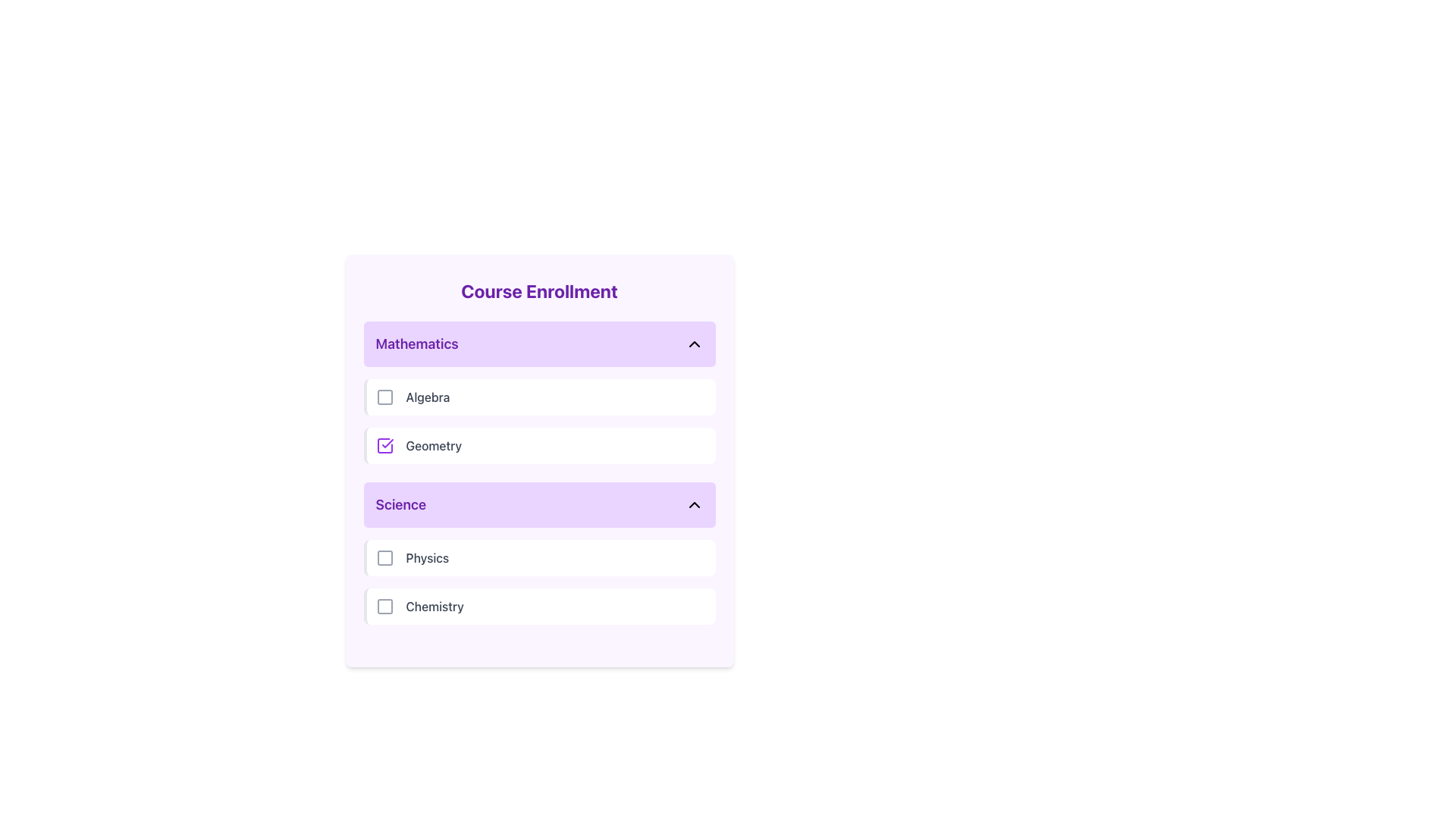 Image resolution: width=1456 pixels, height=819 pixels. Describe the element at coordinates (539, 397) in the screenshot. I see `the first selectable list item with a checkbox in the 'Mathematics' section, located above the 'Geometry' entry` at that location.